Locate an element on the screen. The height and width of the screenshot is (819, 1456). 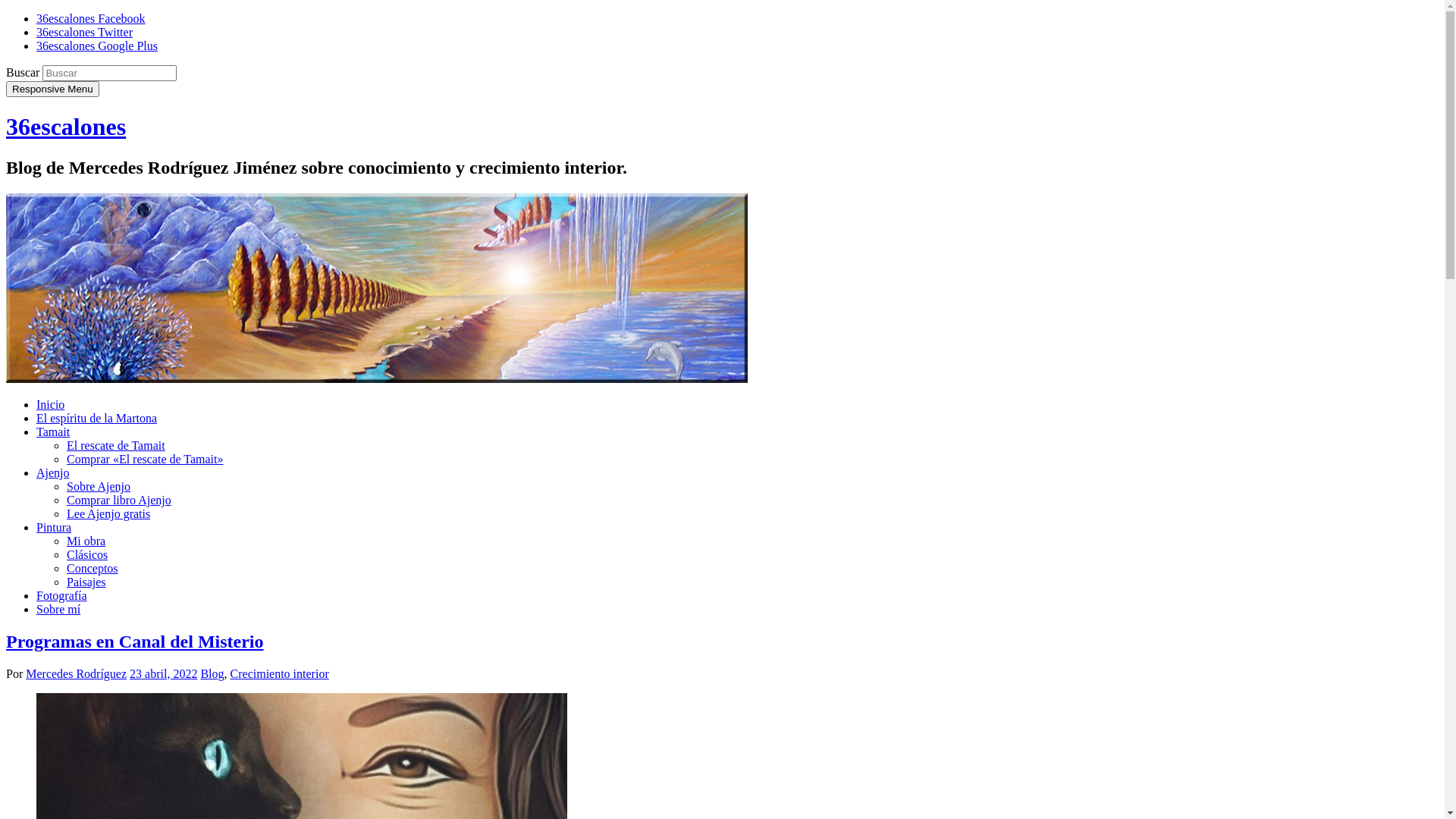
'Responsive Menu' is located at coordinates (52, 89).